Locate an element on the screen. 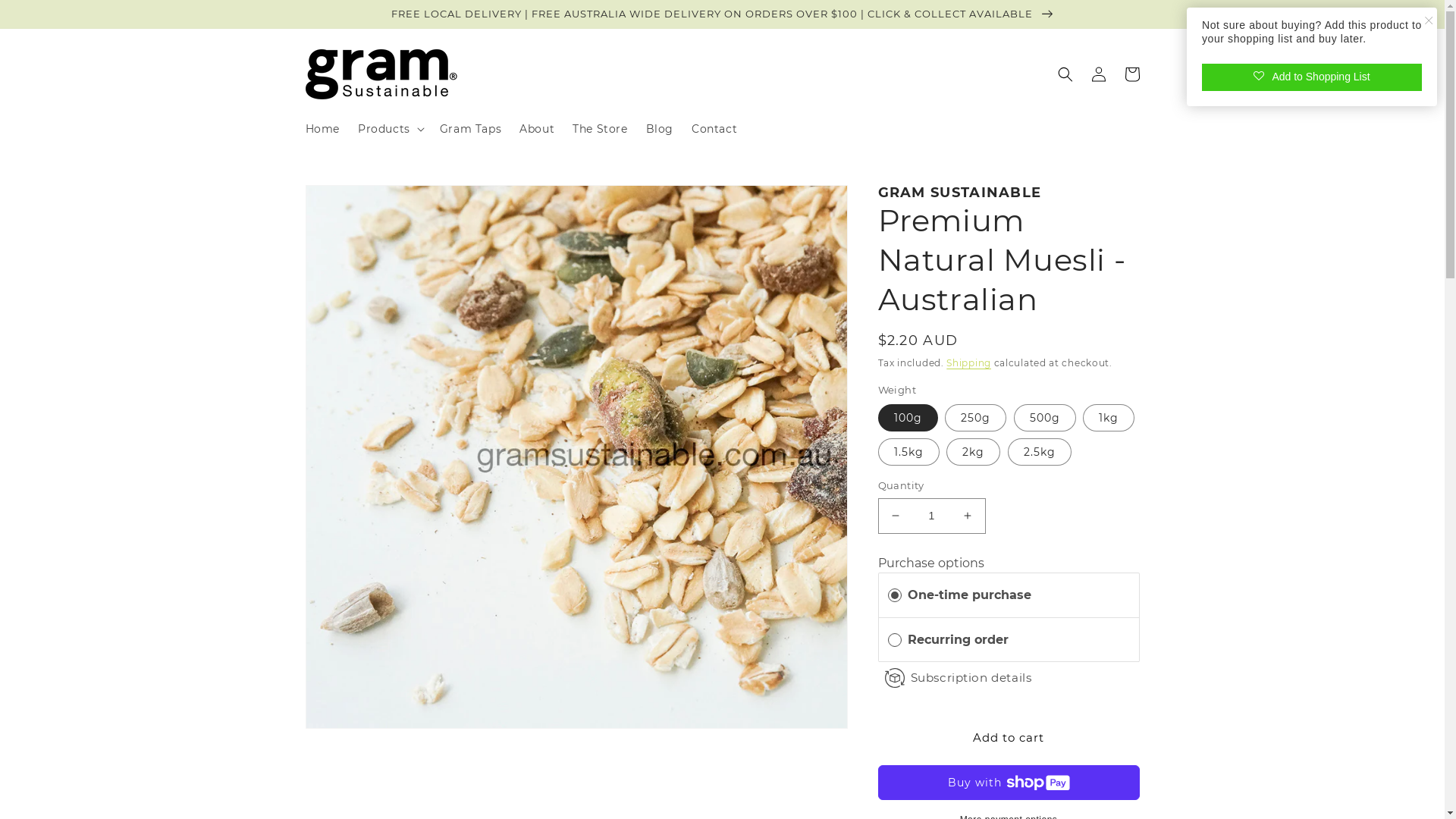 The width and height of the screenshot is (1456, 819). 'Blog' is located at coordinates (659, 127).